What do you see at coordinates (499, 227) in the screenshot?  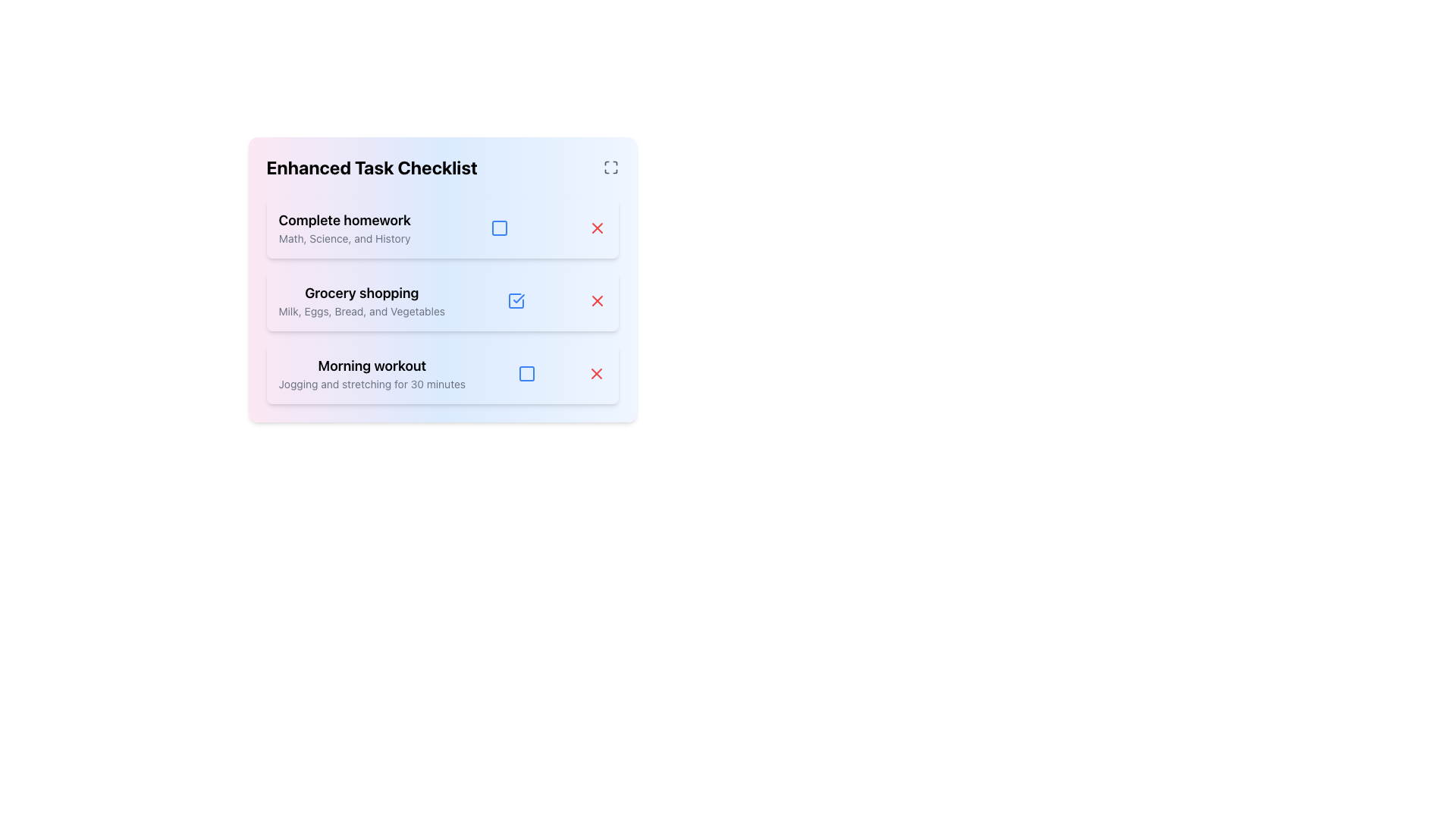 I see `the first checkbox in the checklist interface to mark the task 'Complete homework' as complete` at bounding box center [499, 227].